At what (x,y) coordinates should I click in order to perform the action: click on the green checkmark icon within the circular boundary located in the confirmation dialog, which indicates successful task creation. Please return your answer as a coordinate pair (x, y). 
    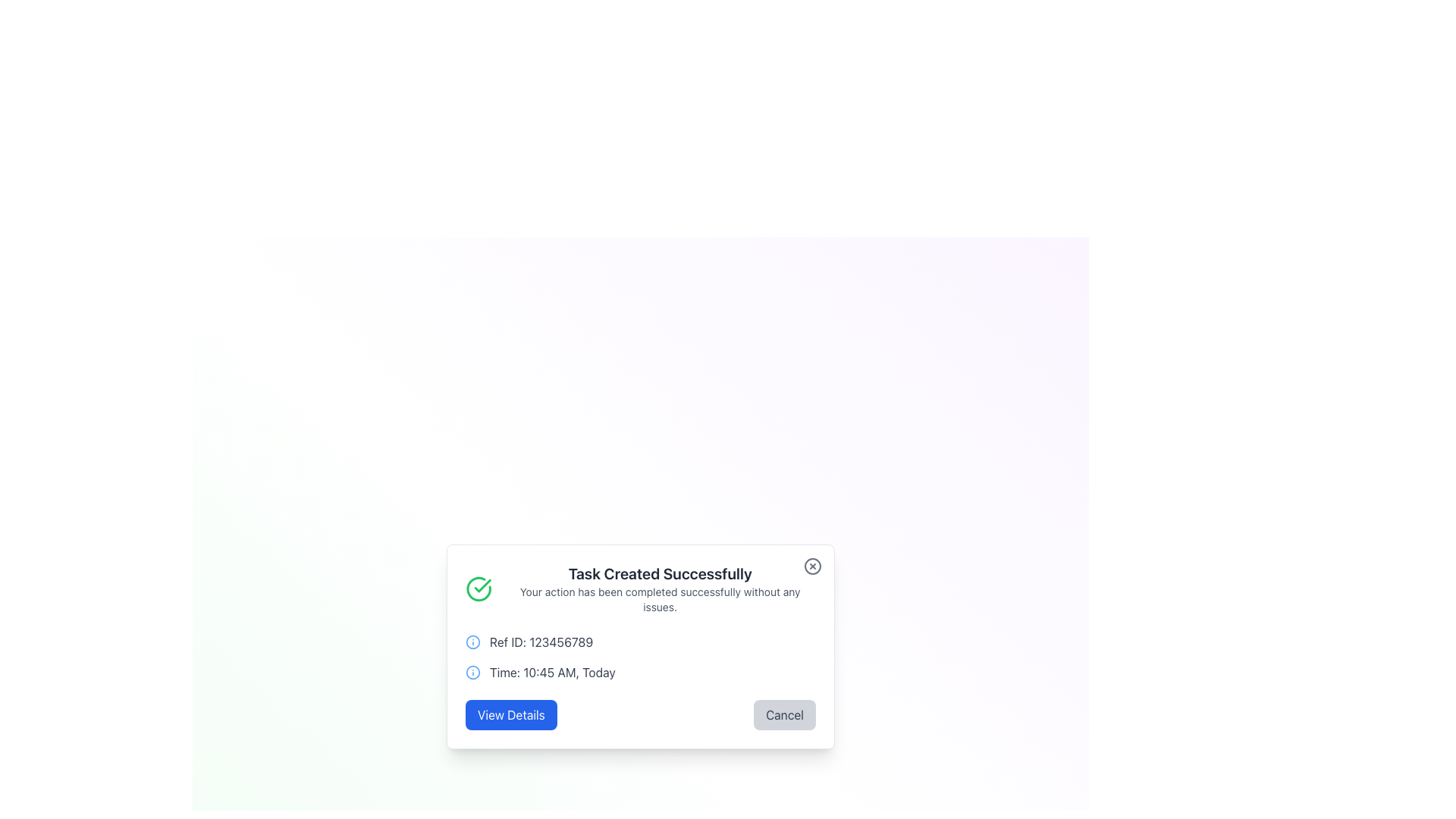
    Looking at the image, I should click on (482, 585).